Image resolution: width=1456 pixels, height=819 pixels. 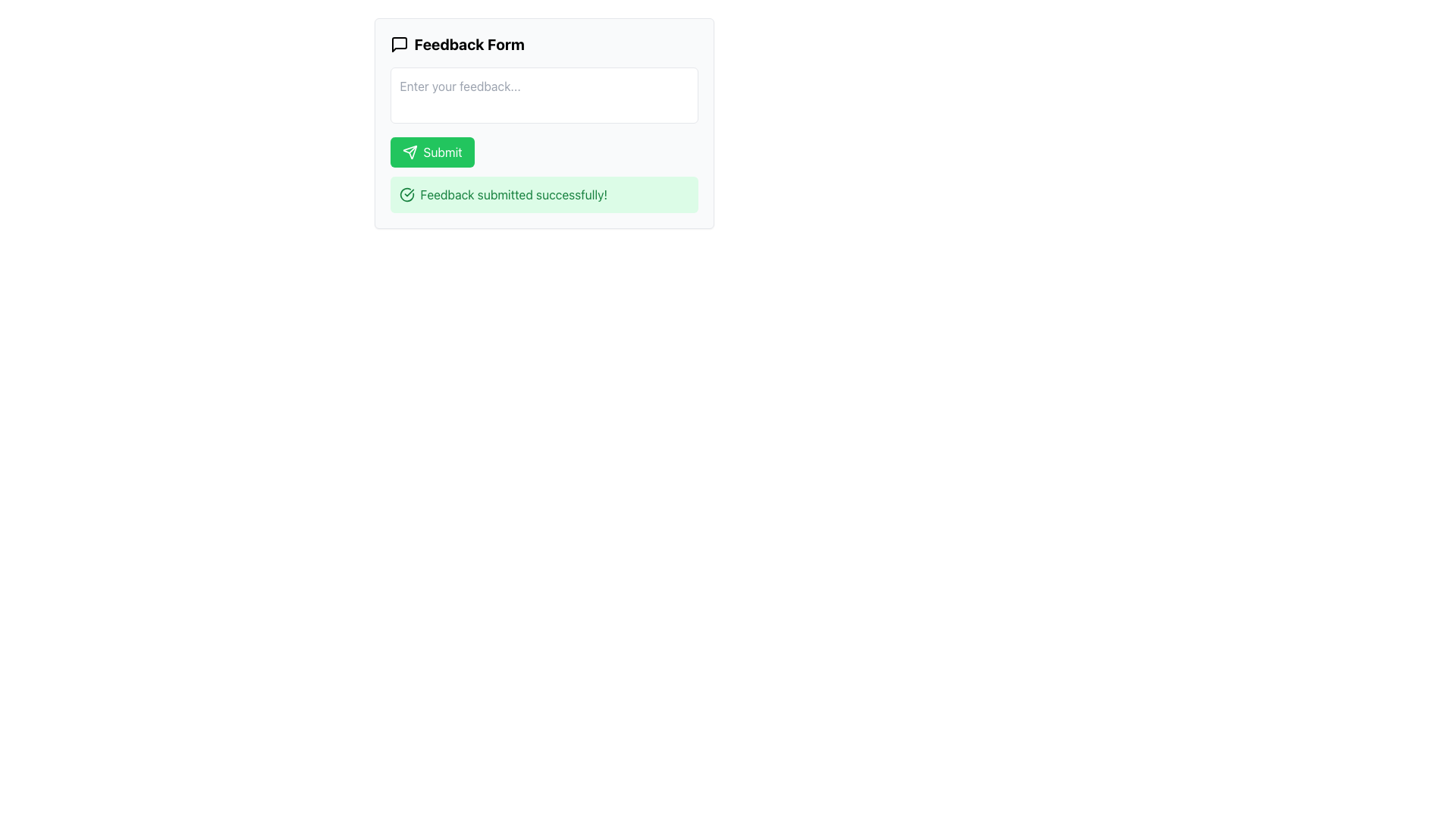 I want to click on the icon positioned directly to the left of the 'Feedback Form' text in the header section of the feedback form interface, so click(x=399, y=43).